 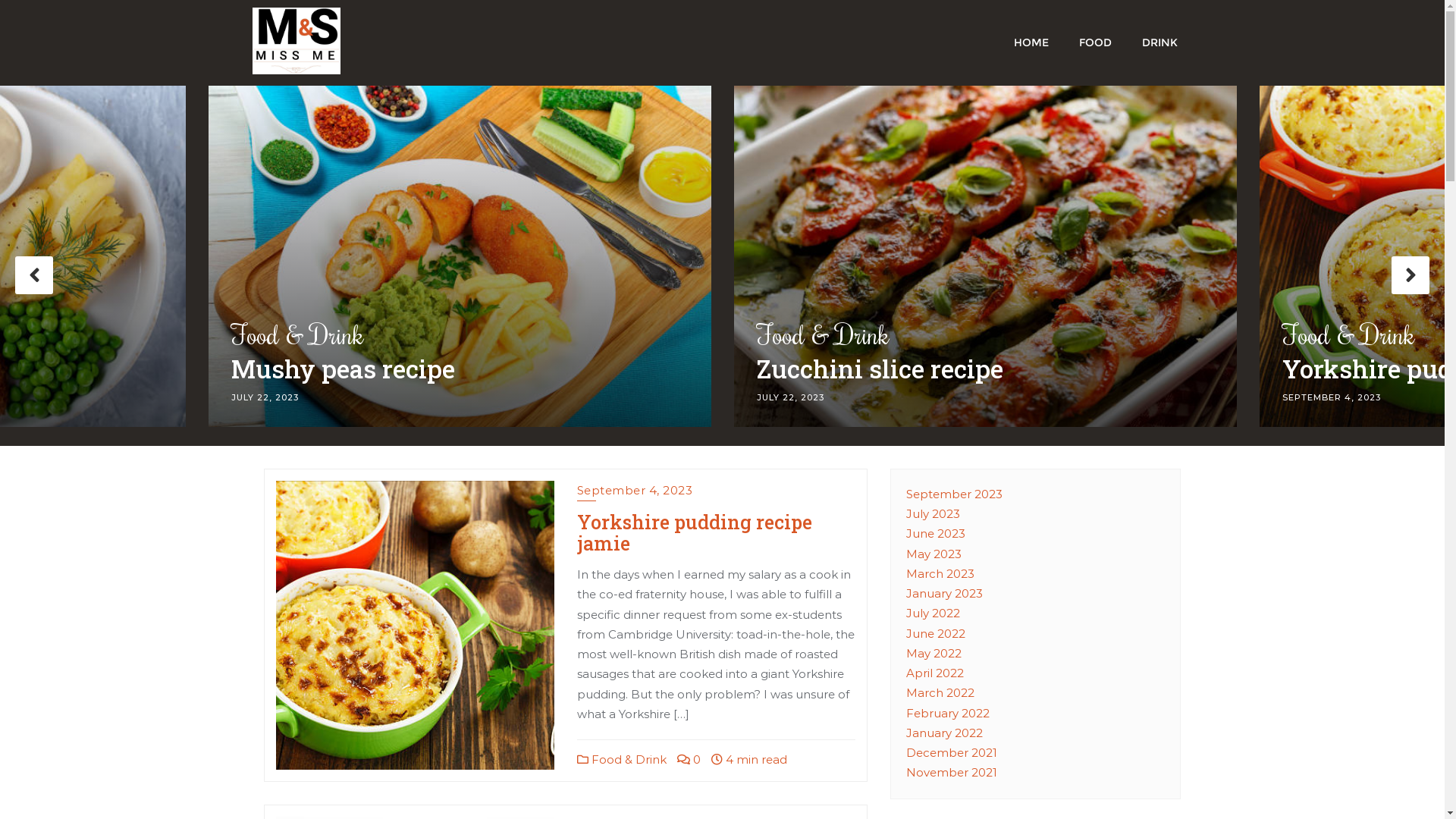 I want to click on 'February 2022', so click(x=946, y=713).